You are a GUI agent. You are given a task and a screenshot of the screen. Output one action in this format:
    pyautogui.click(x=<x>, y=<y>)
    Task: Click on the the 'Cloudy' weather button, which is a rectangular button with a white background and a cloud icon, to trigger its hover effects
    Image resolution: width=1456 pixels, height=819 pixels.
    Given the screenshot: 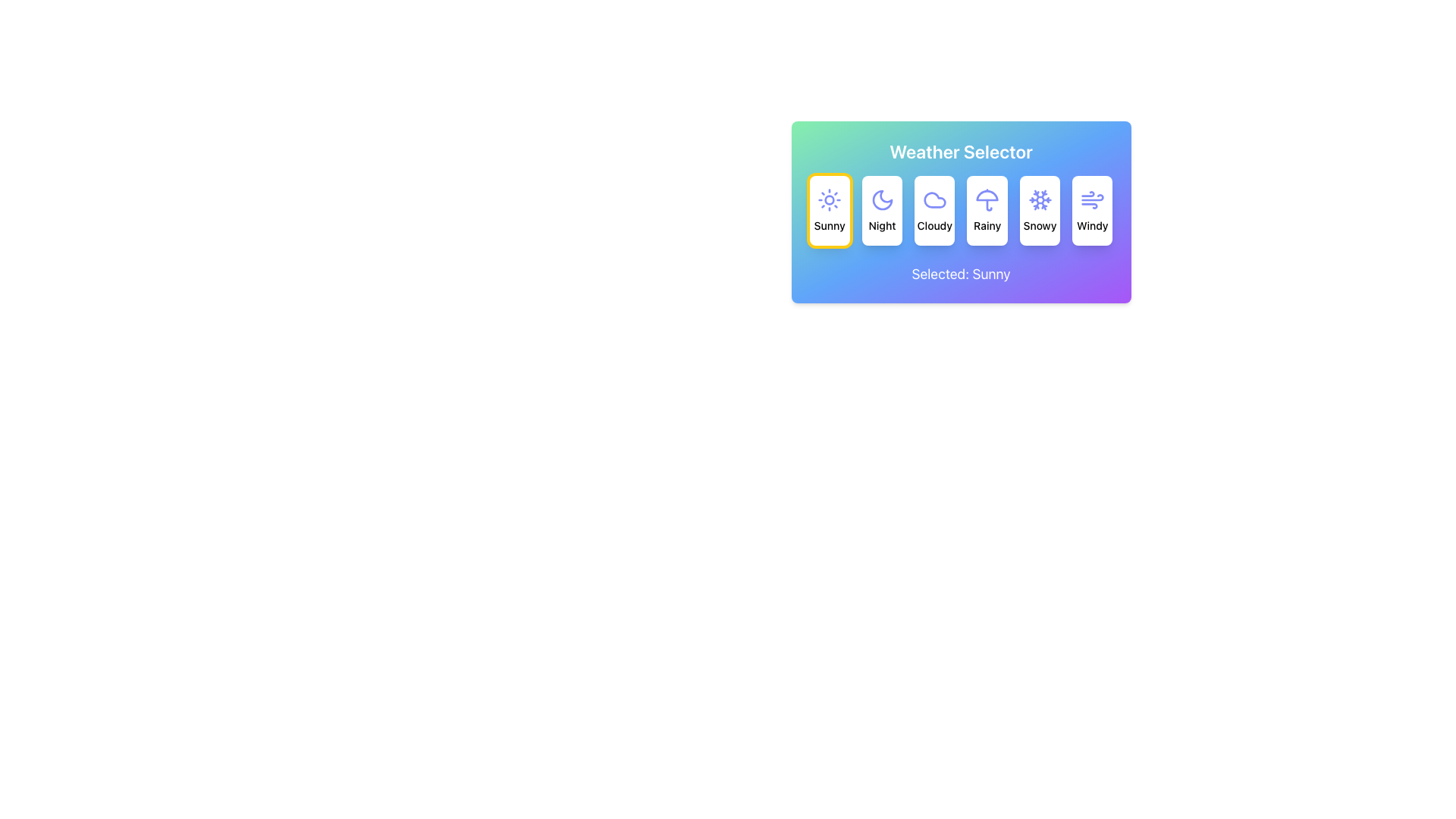 What is the action you would take?
    pyautogui.click(x=934, y=210)
    